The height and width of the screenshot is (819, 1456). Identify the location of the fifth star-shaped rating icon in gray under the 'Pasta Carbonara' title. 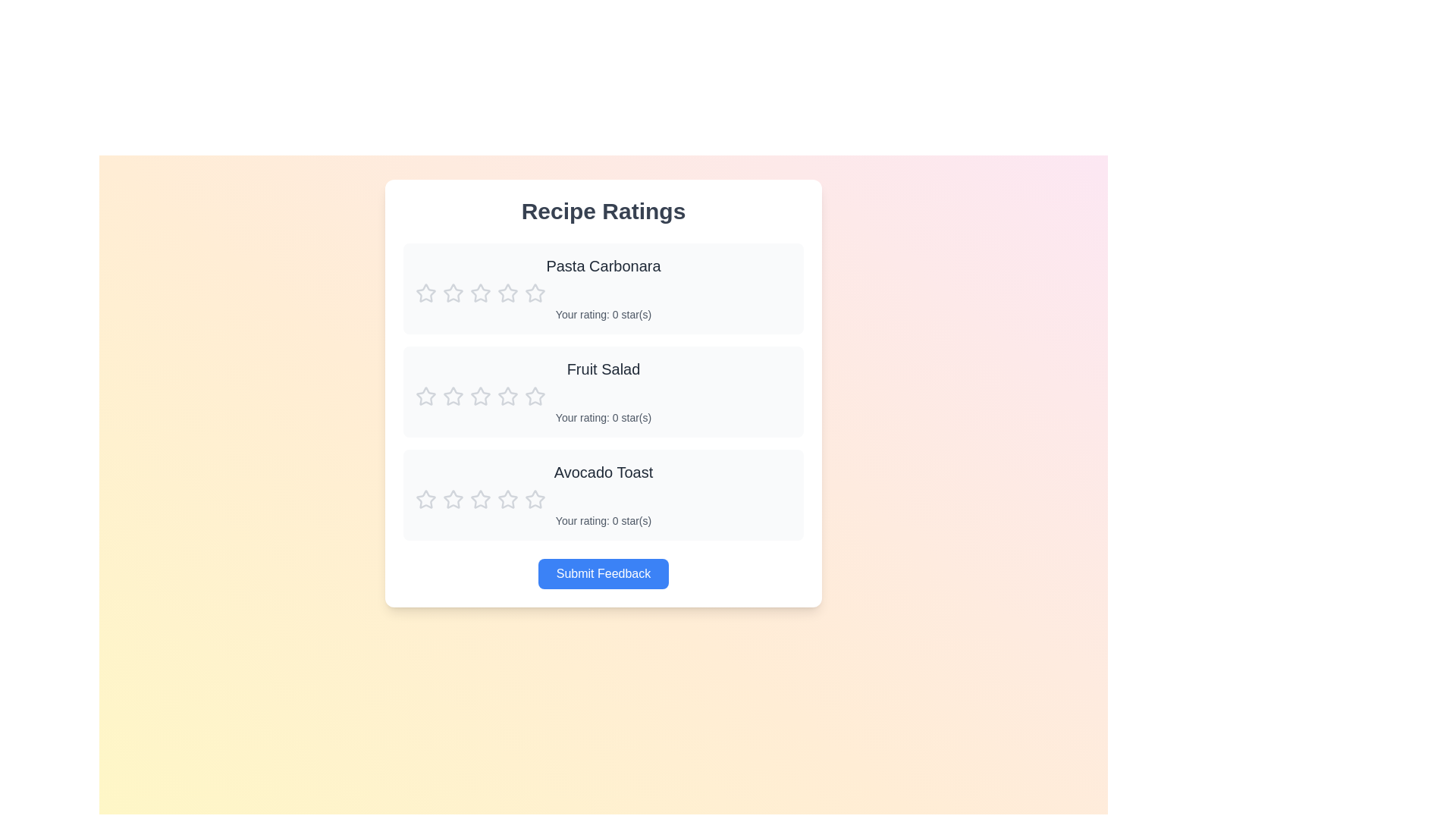
(508, 293).